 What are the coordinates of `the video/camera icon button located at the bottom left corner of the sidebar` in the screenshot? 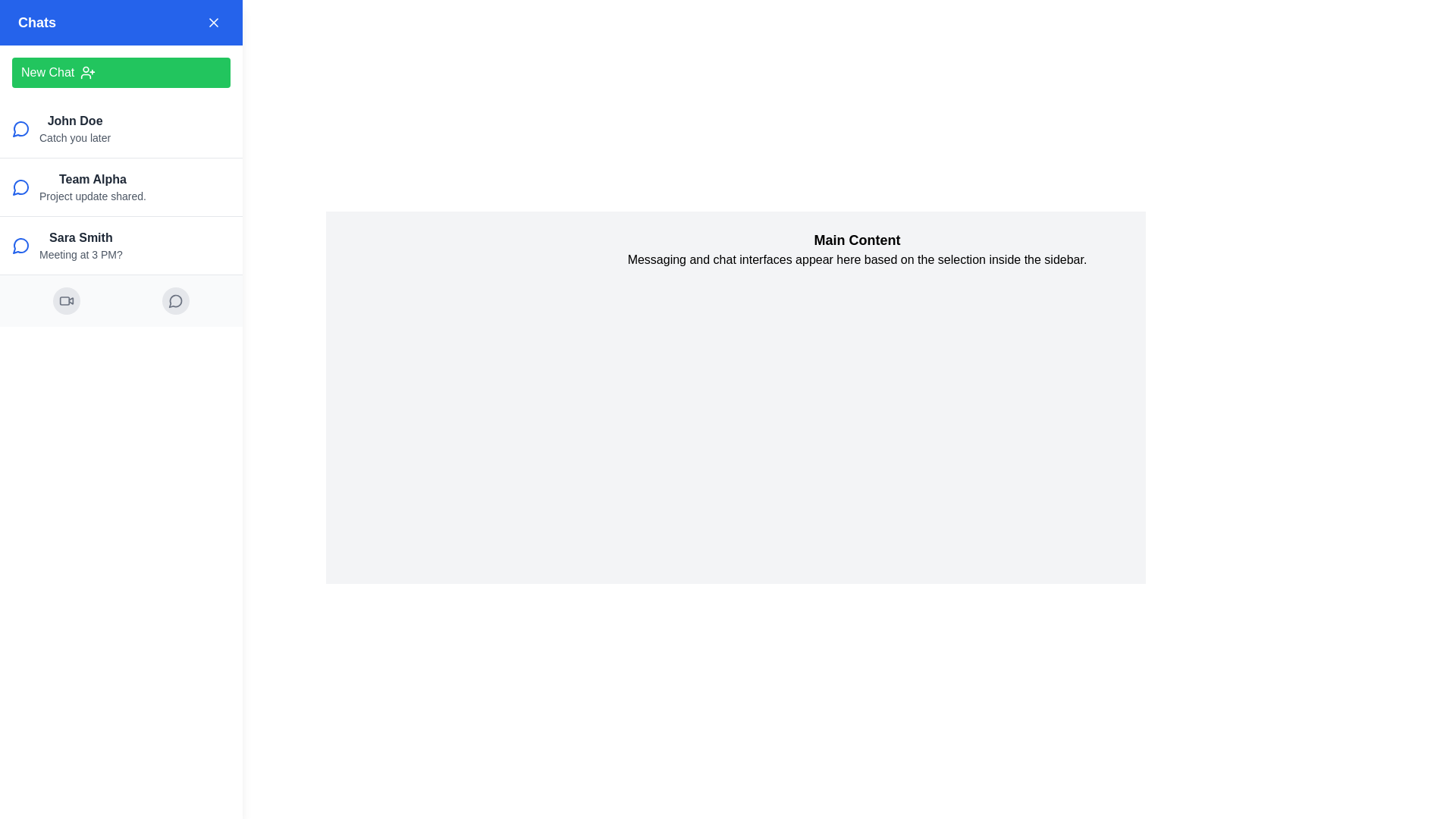 It's located at (65, 301).